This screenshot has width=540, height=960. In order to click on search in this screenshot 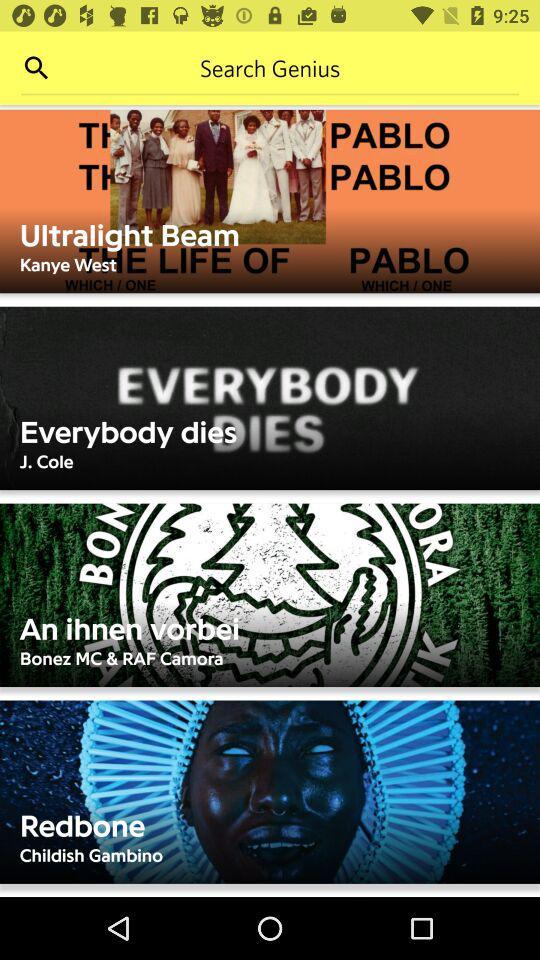, I will do `click(36, 68)`.